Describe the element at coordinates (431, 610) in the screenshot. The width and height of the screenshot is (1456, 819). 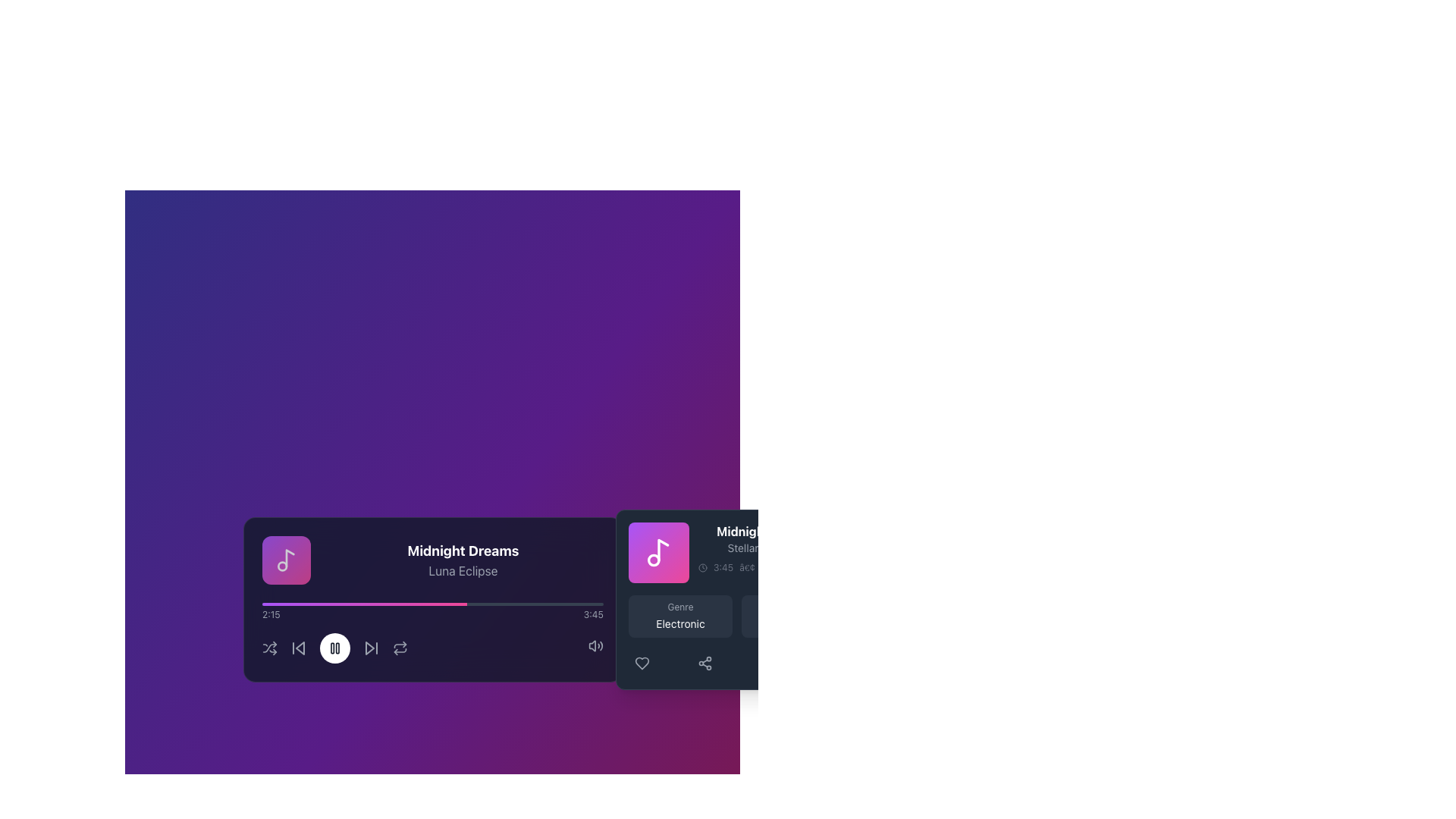
I see `the progress bar located centrally in the music player interface to set the playback position` at that location.